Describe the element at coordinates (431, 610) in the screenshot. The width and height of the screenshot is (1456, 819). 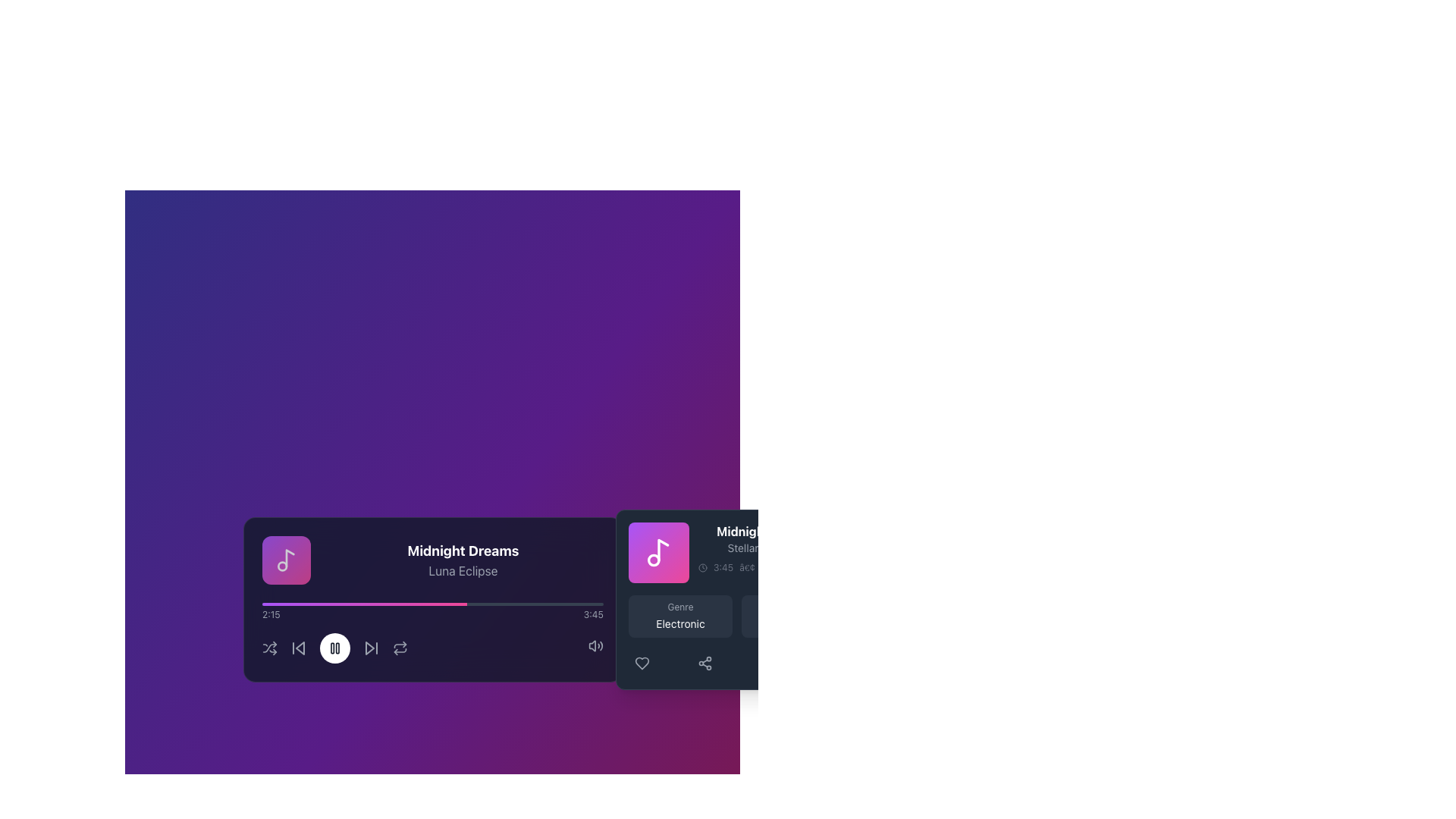
I see `the progress bar located centrally in the music player interface to set the playback position` at that location.